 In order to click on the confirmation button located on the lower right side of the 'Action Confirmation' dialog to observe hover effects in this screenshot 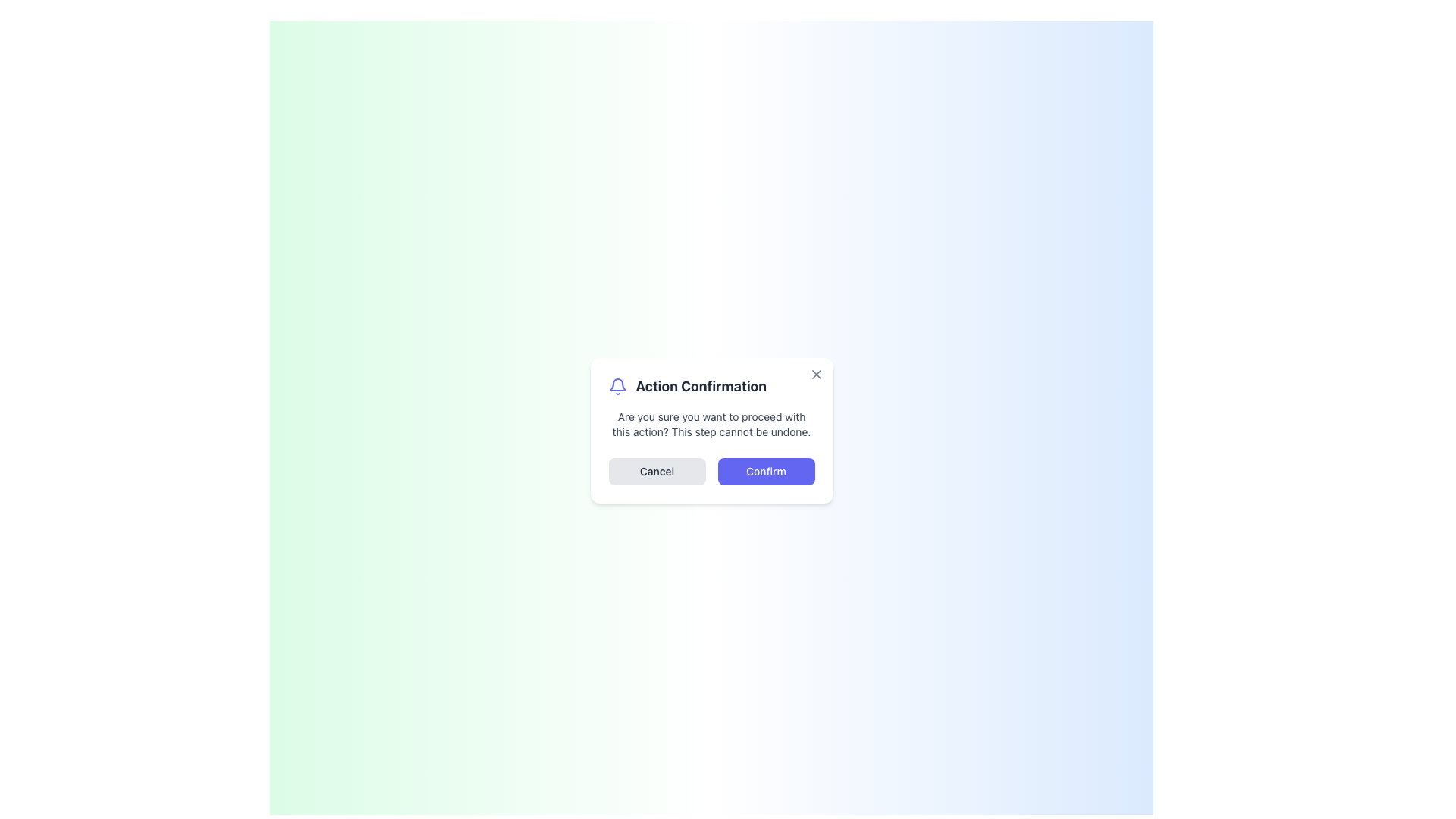, I will do `click(766, 470)`.